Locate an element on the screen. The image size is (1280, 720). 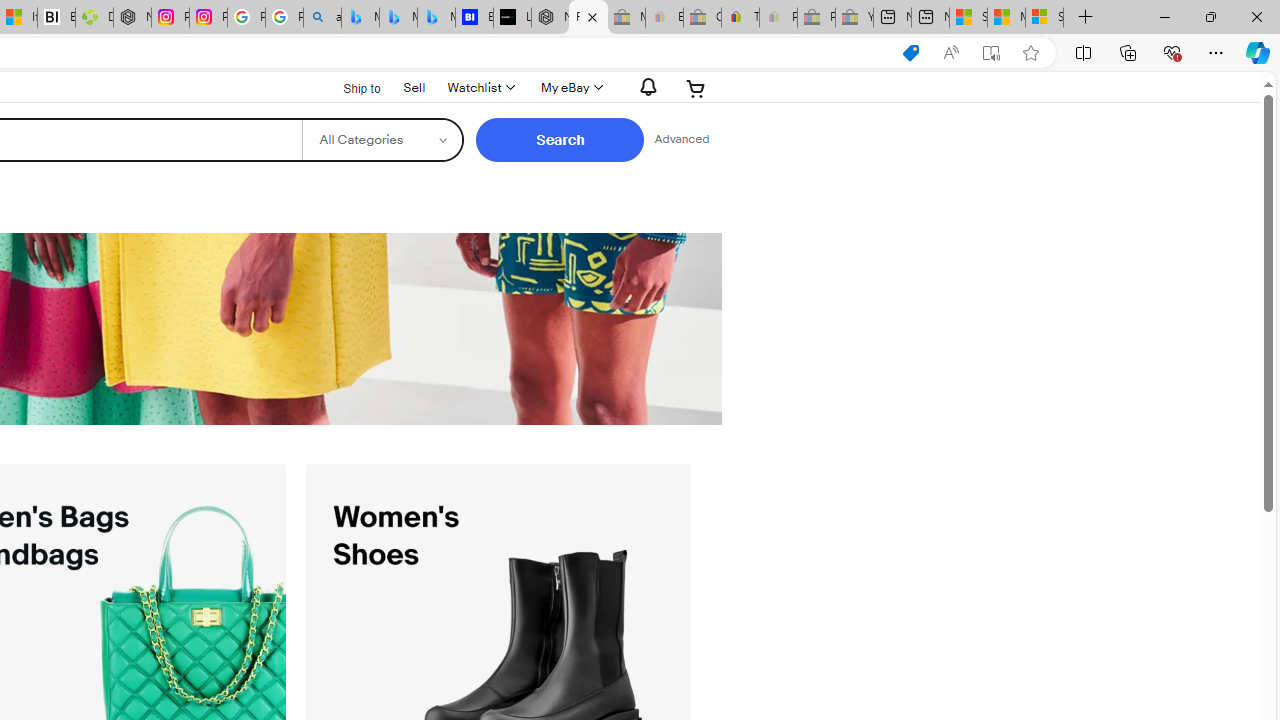
'Advanced Search' is located at coordinates (681, 139).